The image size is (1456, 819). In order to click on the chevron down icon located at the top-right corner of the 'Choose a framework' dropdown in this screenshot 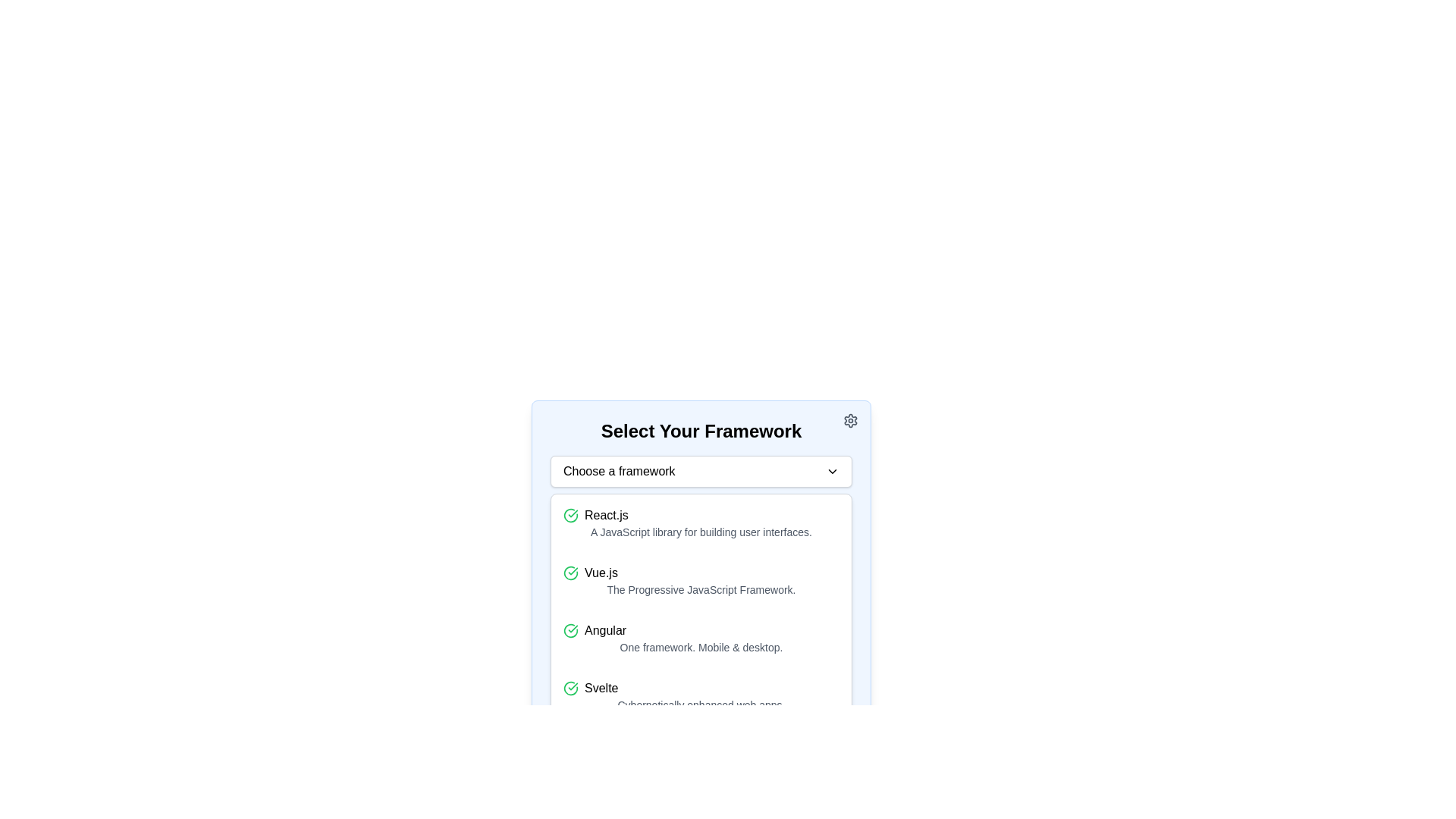, I will do `click(832, 470)`.